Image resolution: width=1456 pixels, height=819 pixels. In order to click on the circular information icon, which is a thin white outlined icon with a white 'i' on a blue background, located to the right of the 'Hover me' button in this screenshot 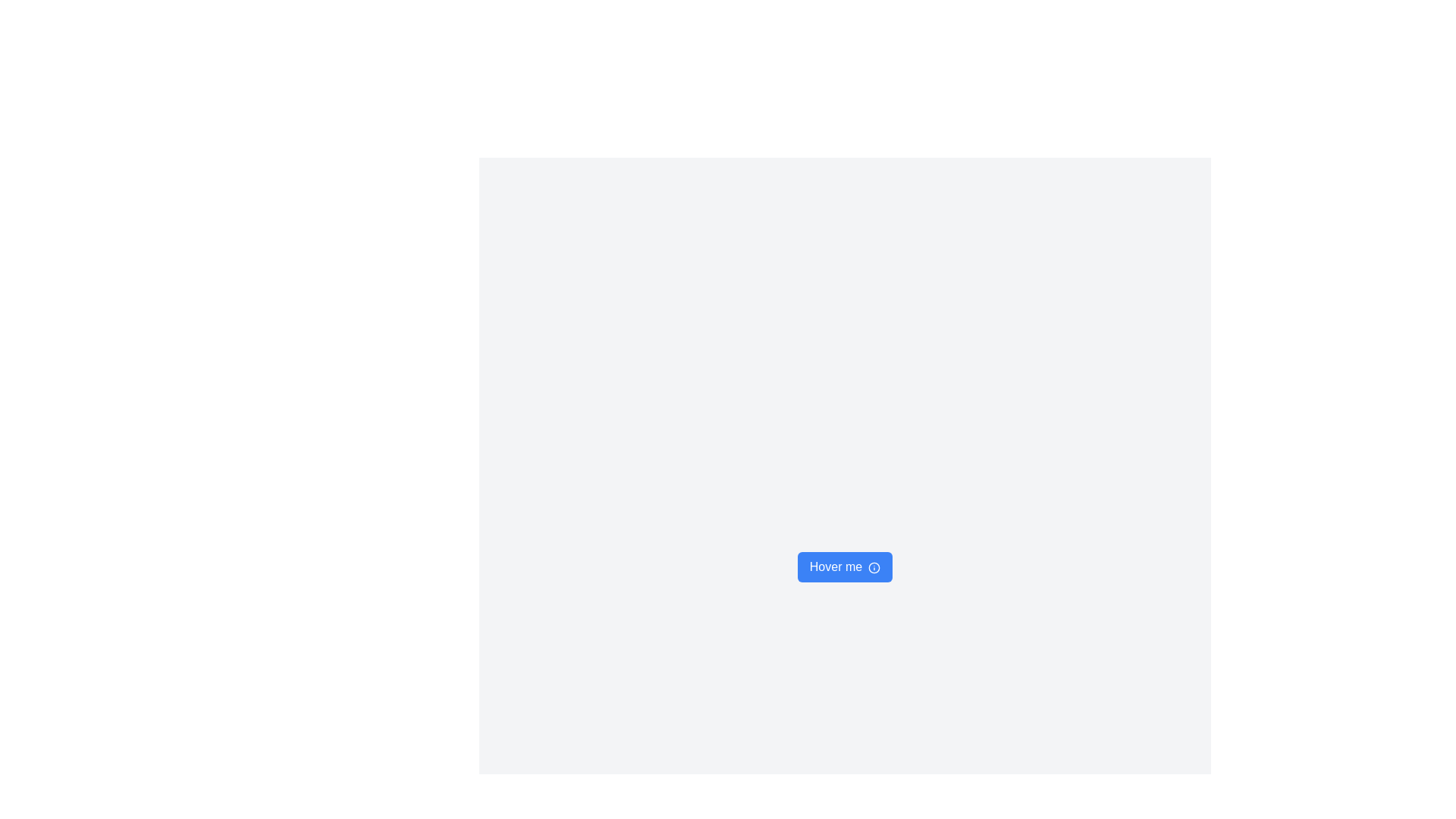, I will do `click(874, 567)`.